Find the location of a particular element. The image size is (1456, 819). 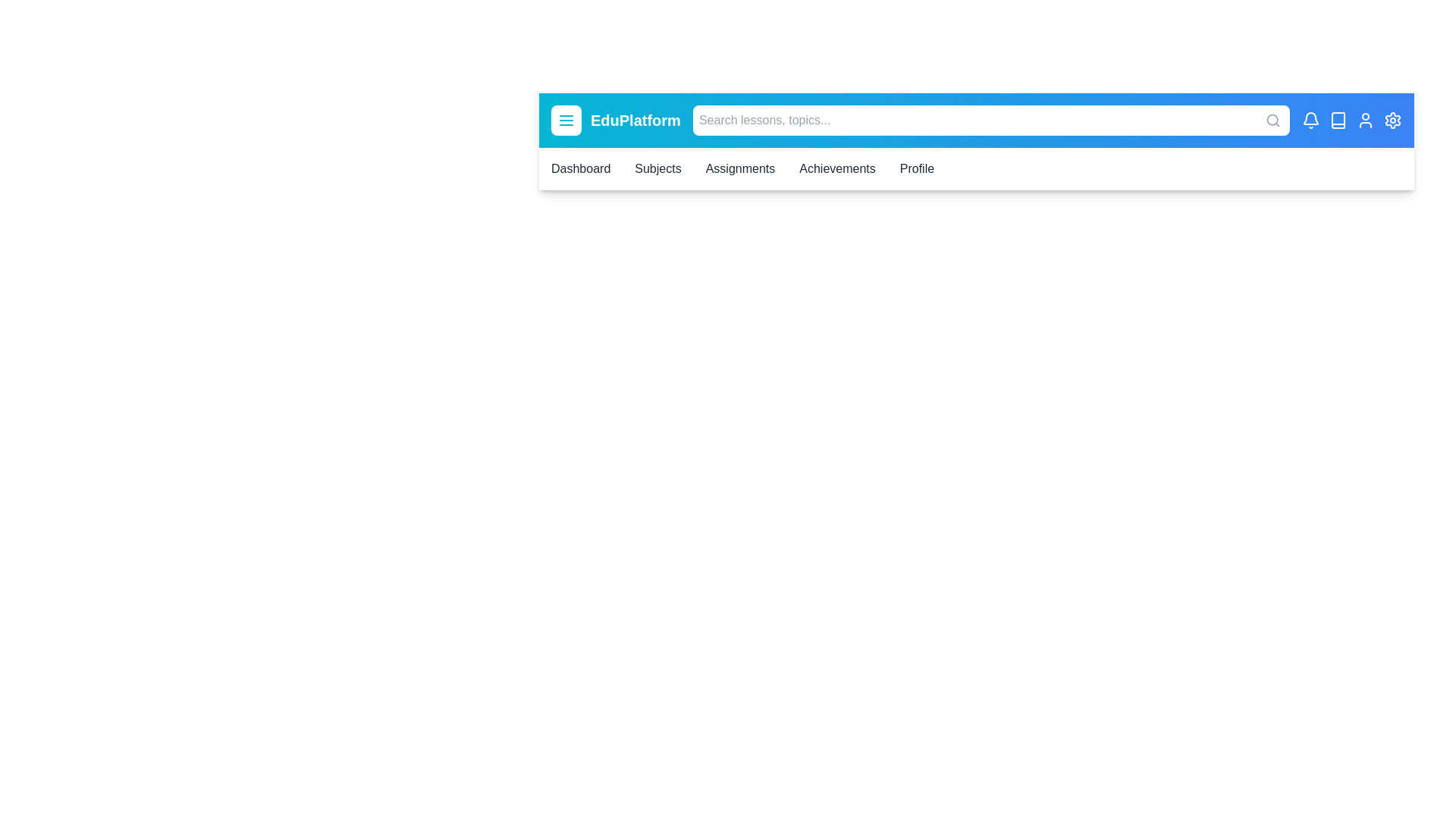

the element search_bar to reveal its hover effect is located at coordinates (990, 119).